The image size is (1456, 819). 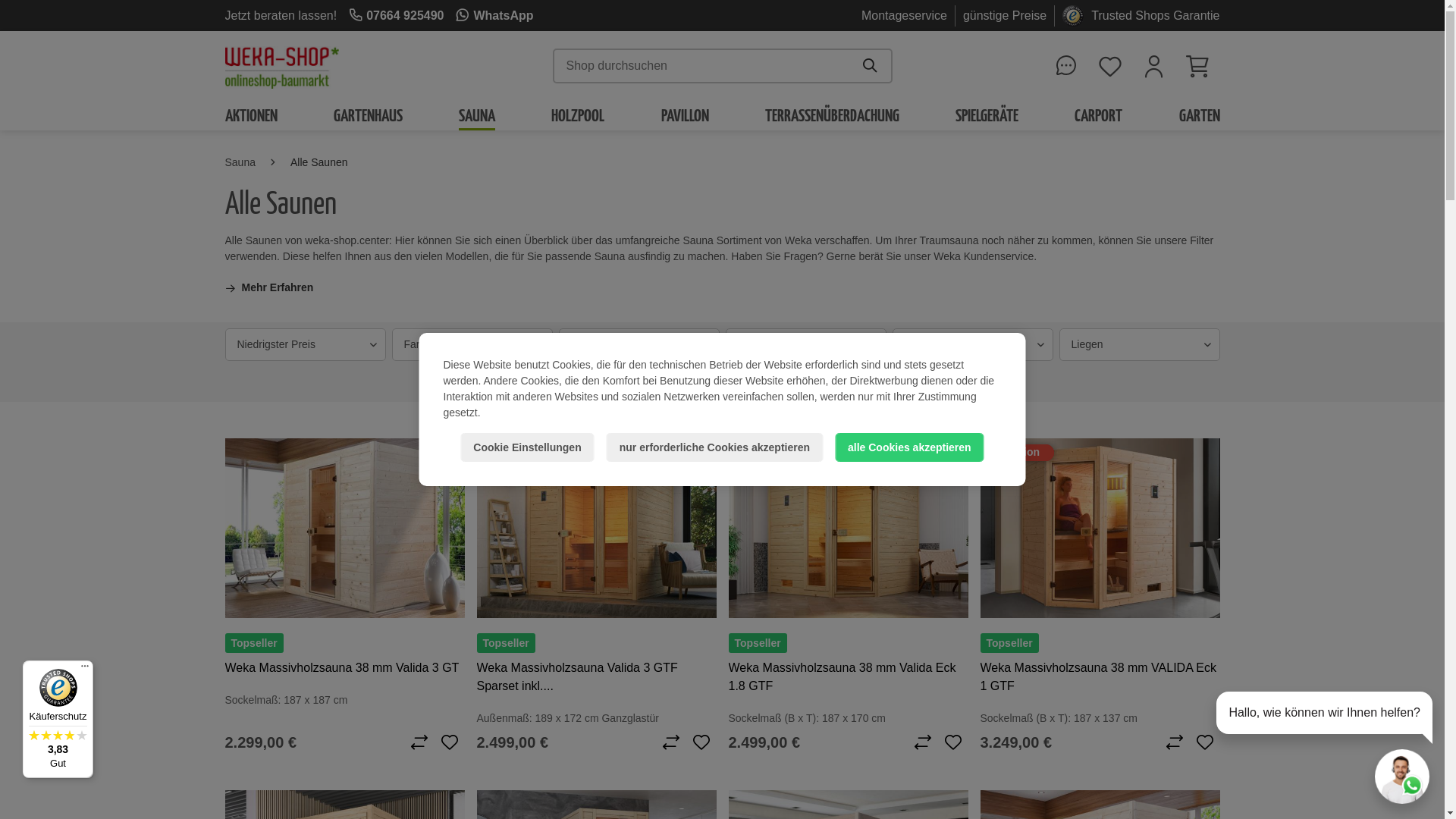 I want to click on 'Trusted Shops Garantie', so click(x=1154, y=14).